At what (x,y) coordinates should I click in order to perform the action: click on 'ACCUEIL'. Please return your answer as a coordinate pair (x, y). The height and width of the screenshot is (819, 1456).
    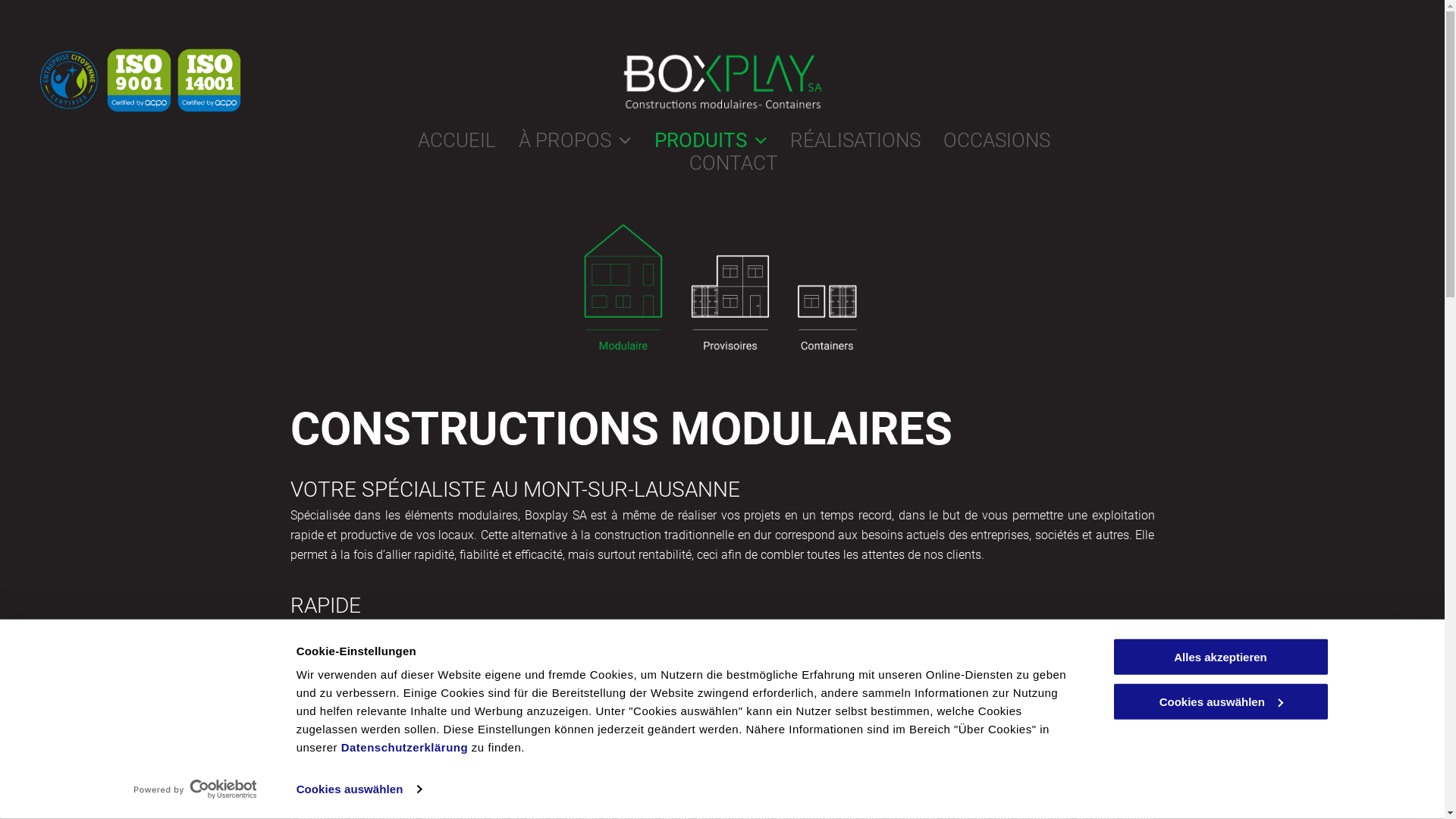
    Looking at the image, I should click on (444, 140).